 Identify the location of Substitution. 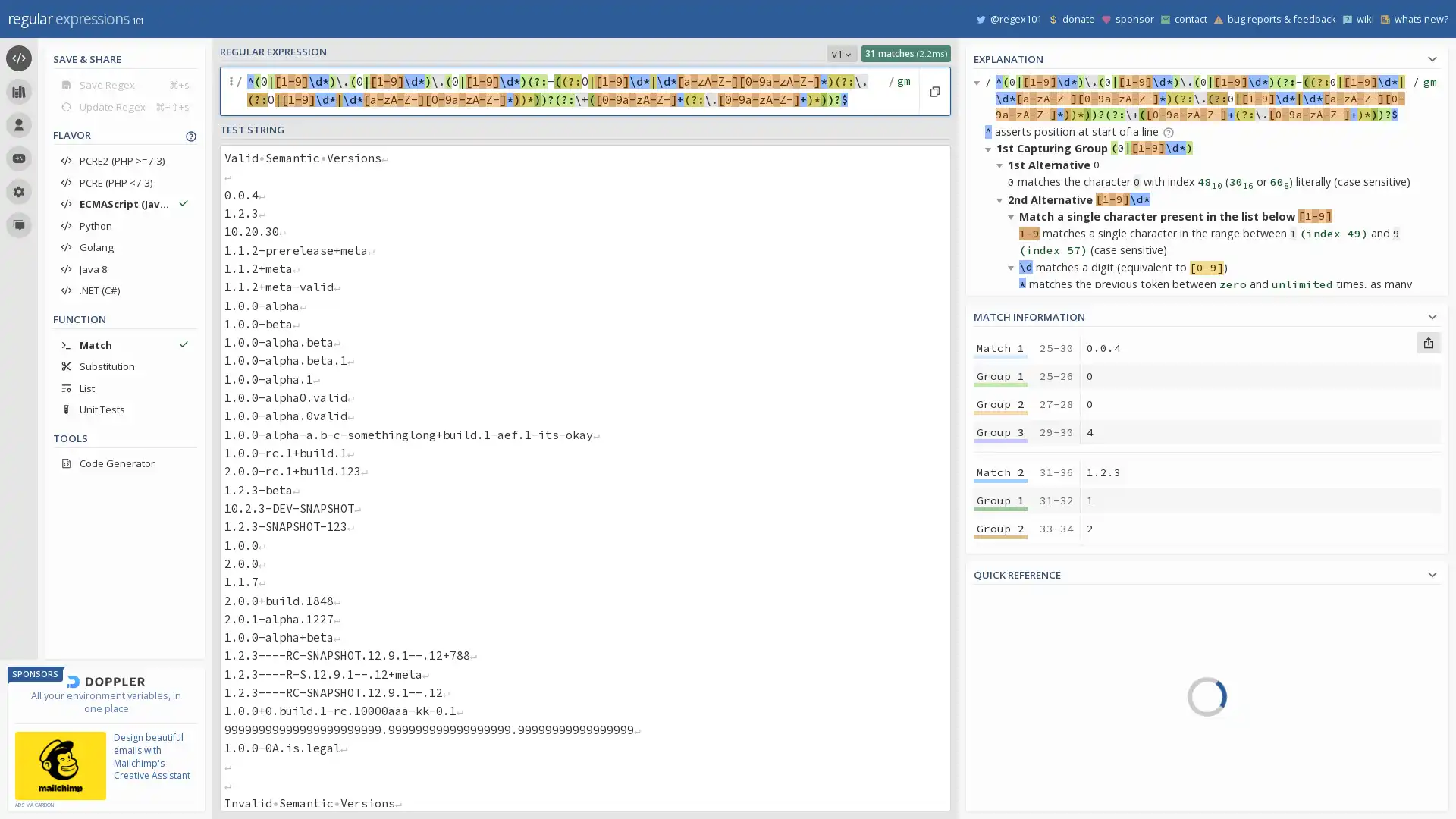
(124, 366).